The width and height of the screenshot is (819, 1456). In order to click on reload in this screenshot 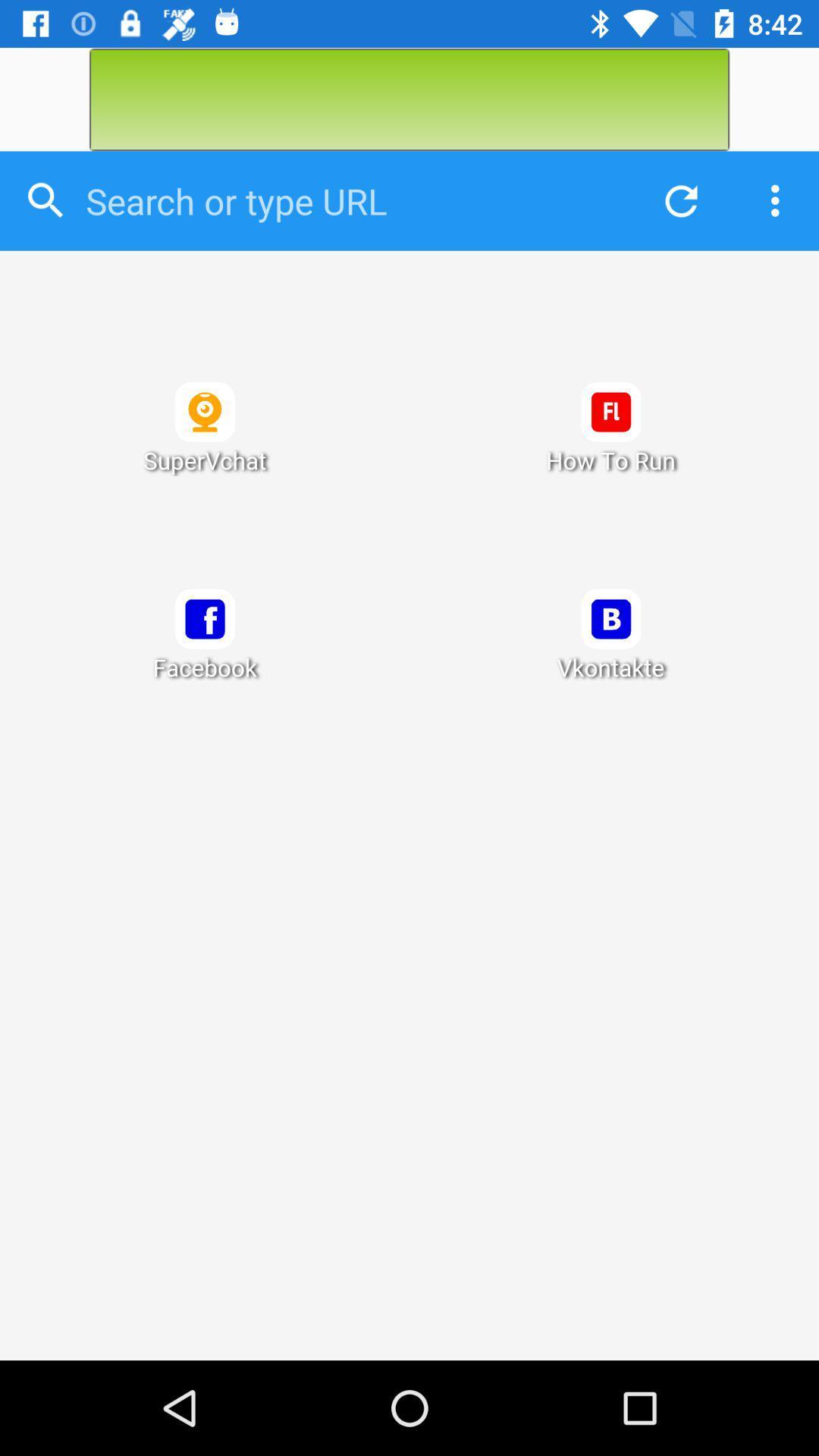, I will do `click(676, 200)`.